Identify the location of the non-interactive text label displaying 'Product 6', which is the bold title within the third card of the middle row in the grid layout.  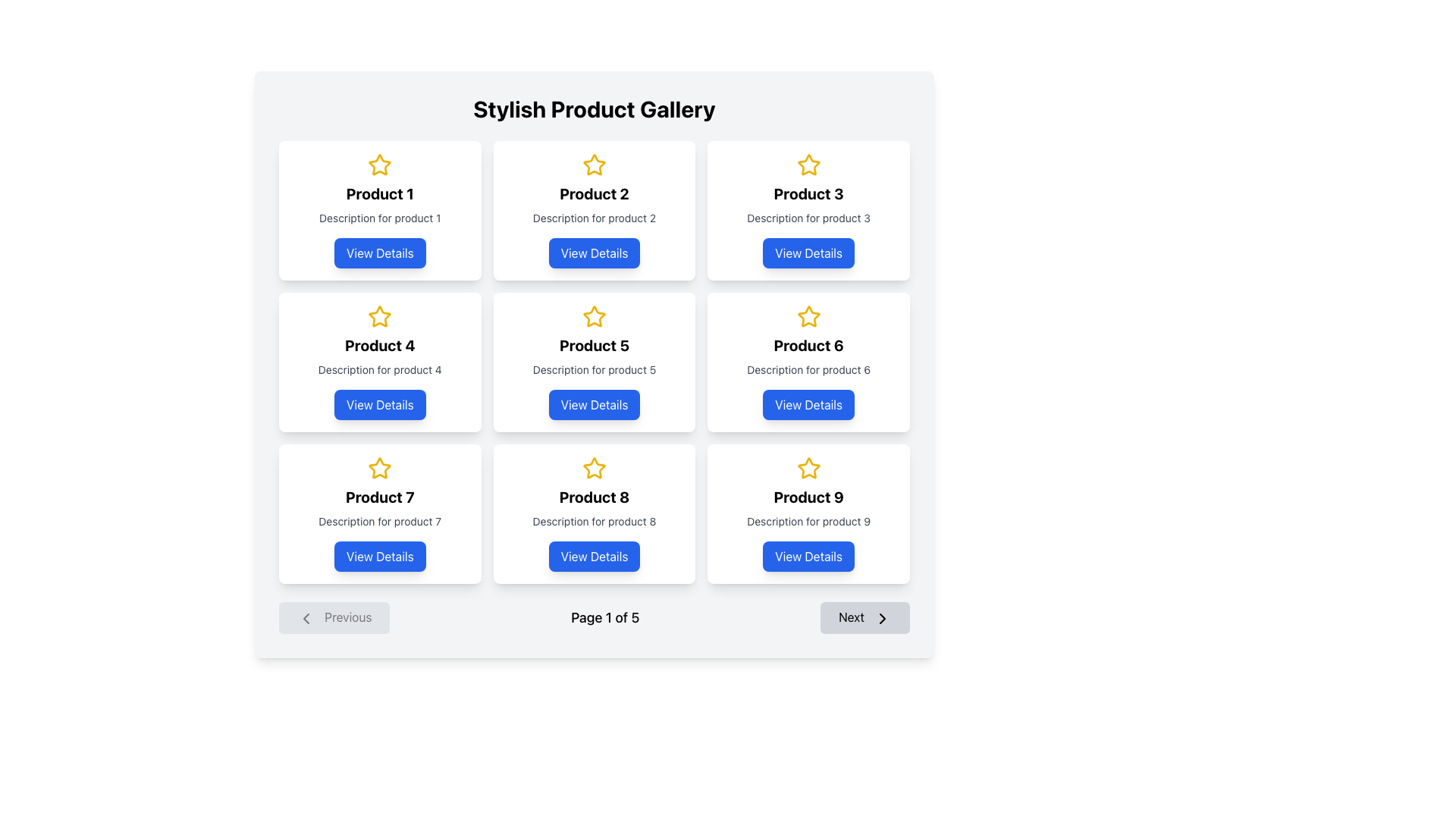
(808, 345).